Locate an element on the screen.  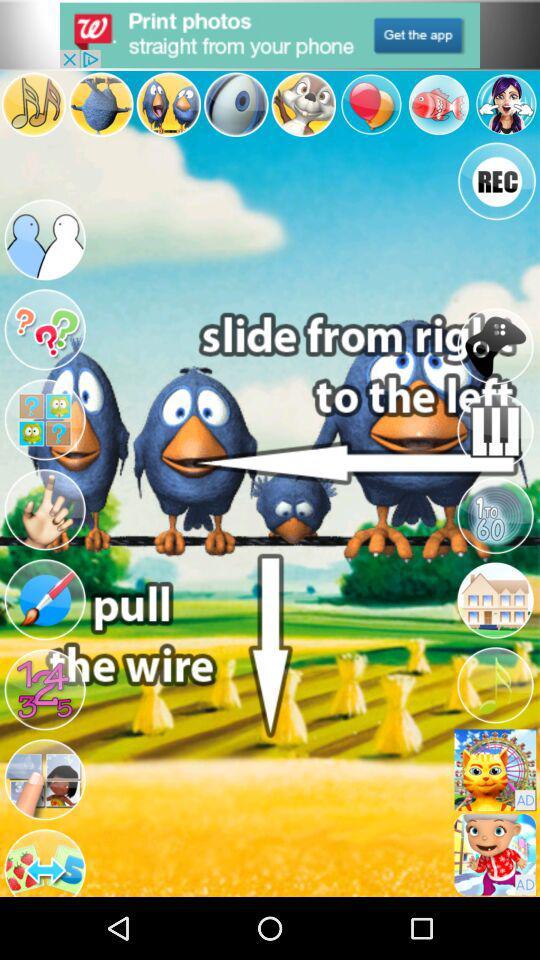
the settings icon is located at coordinates (437, 111).